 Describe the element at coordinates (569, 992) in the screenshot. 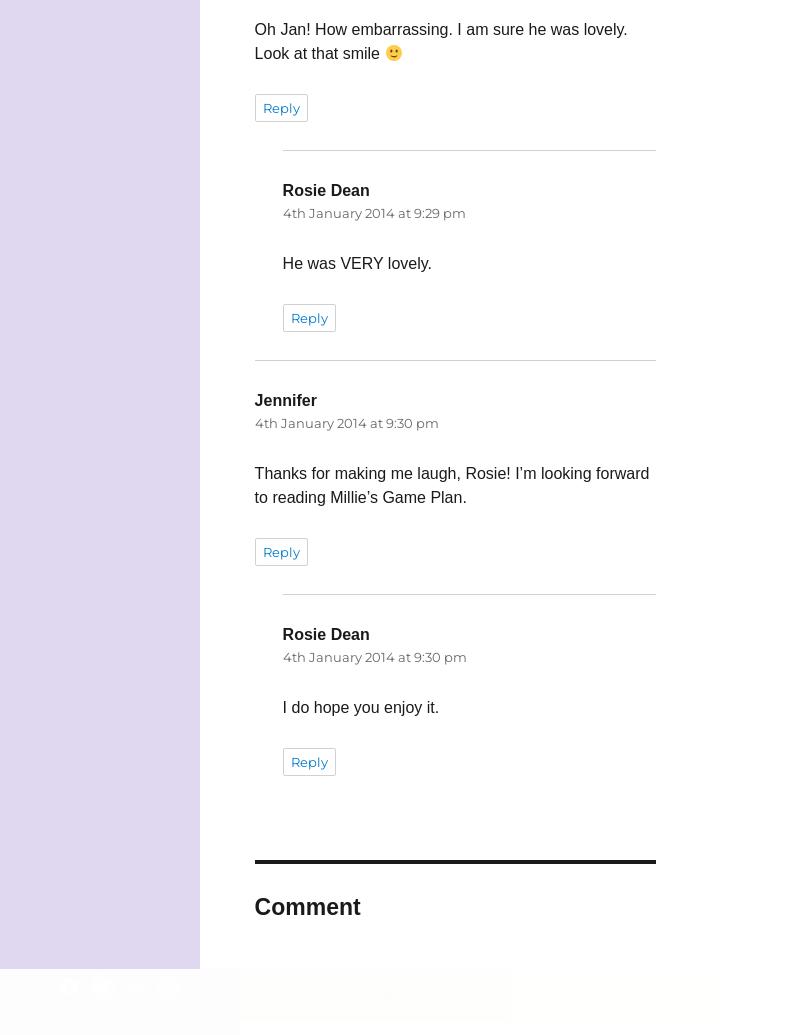

I see `'Books'` at that location.